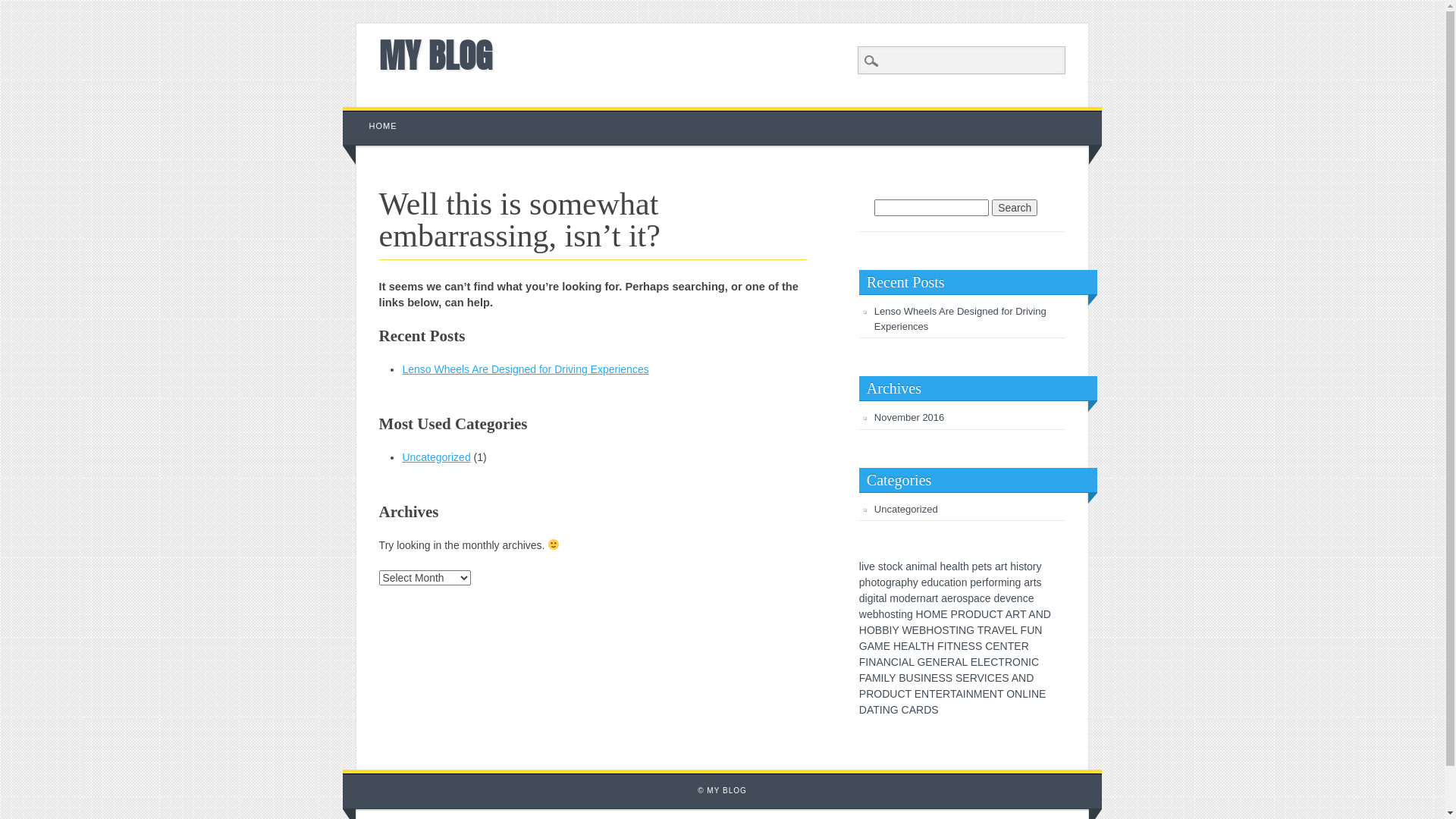 This screenshot has height=819, width=1456. What do you see at coordinates (401, 369) in the screenshot?
I see `'Lenso Wheels Are Designed for Driving Experiences'` at bounding box center [401, 369].